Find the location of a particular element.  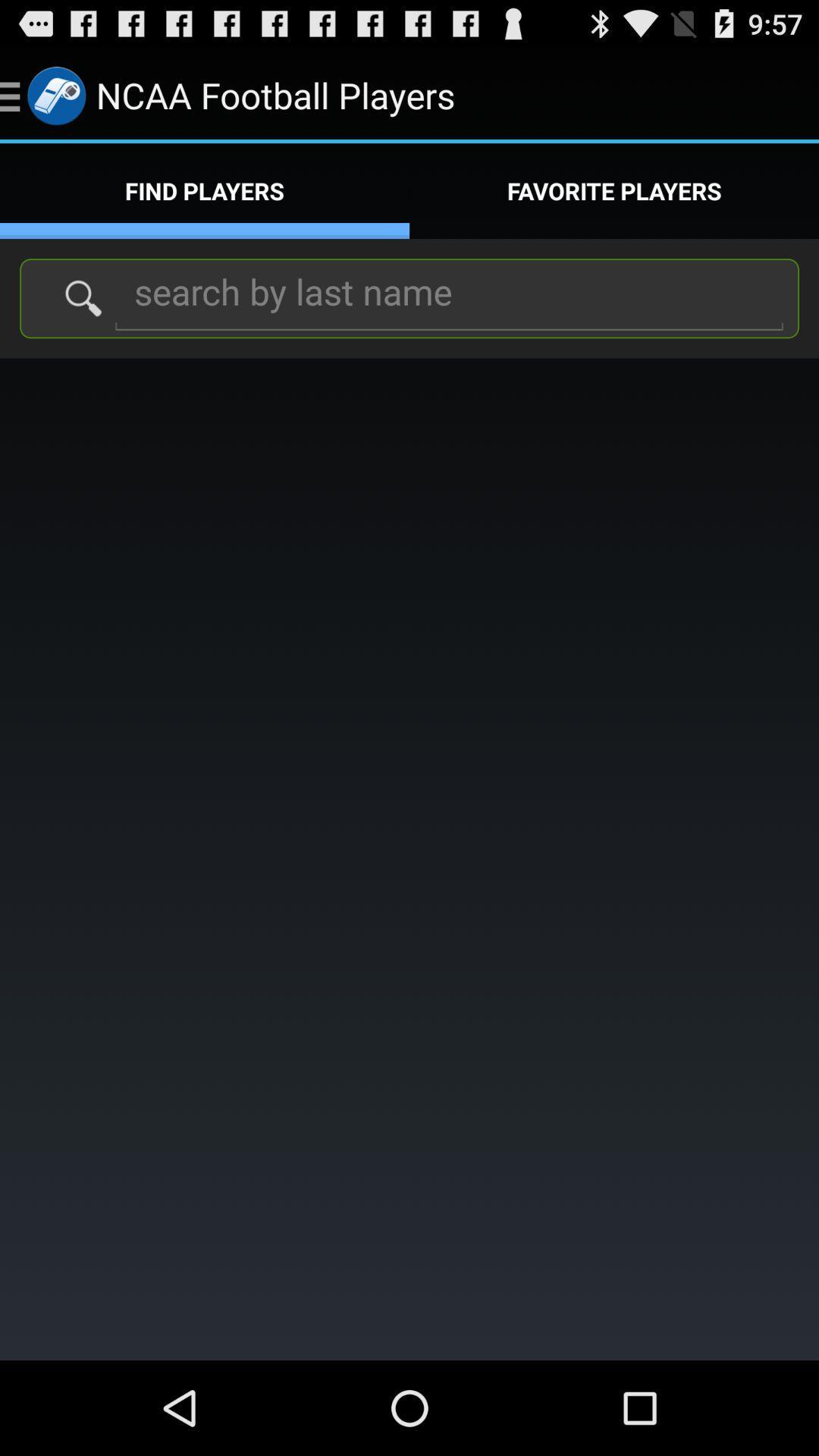

find players item is located at coordinates (205, 190).